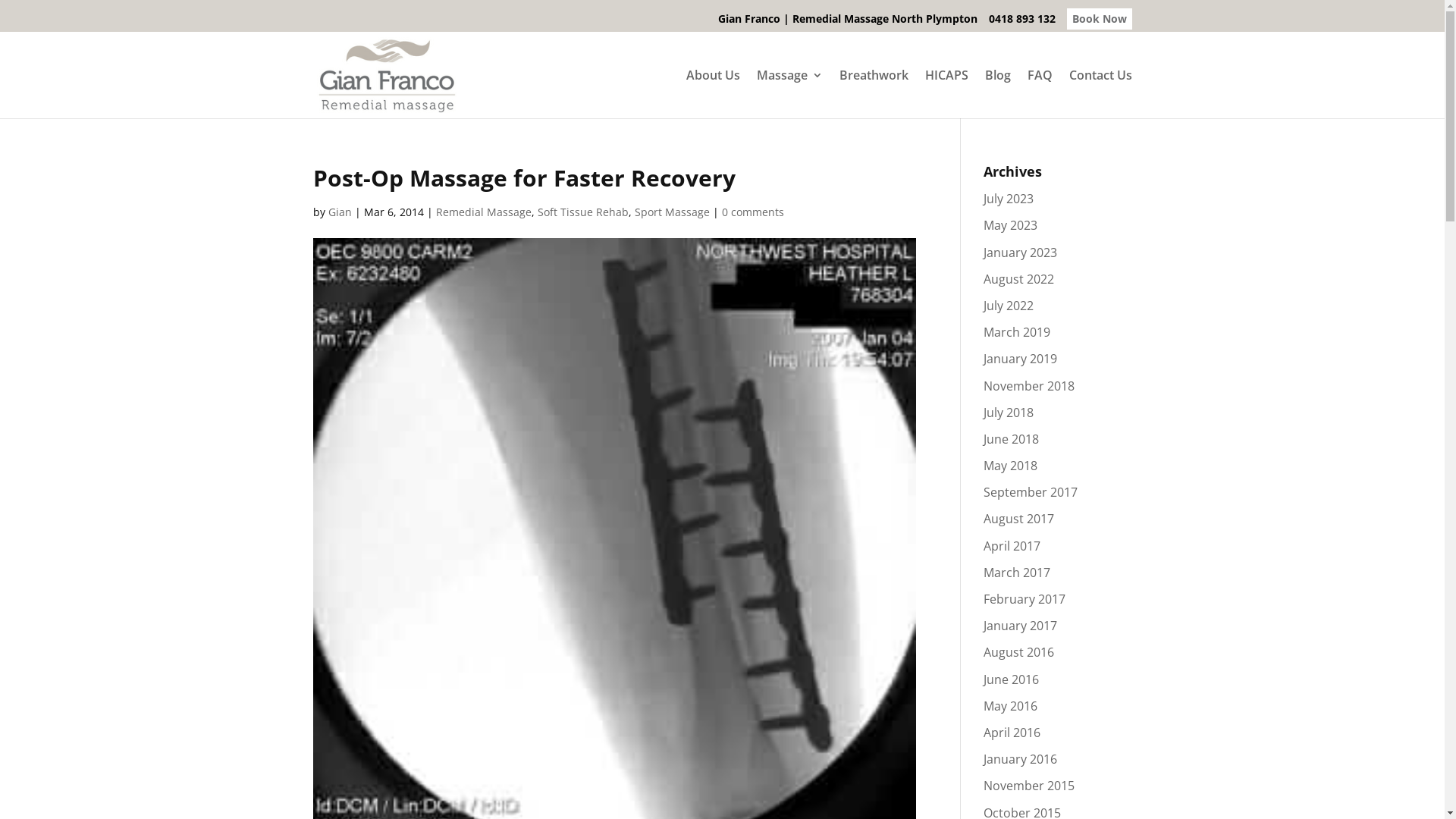 The image size is (1456, 819). Describe the element at coordinates (1010, 705) in the screenshot. I see `'May 2016'` at that location.